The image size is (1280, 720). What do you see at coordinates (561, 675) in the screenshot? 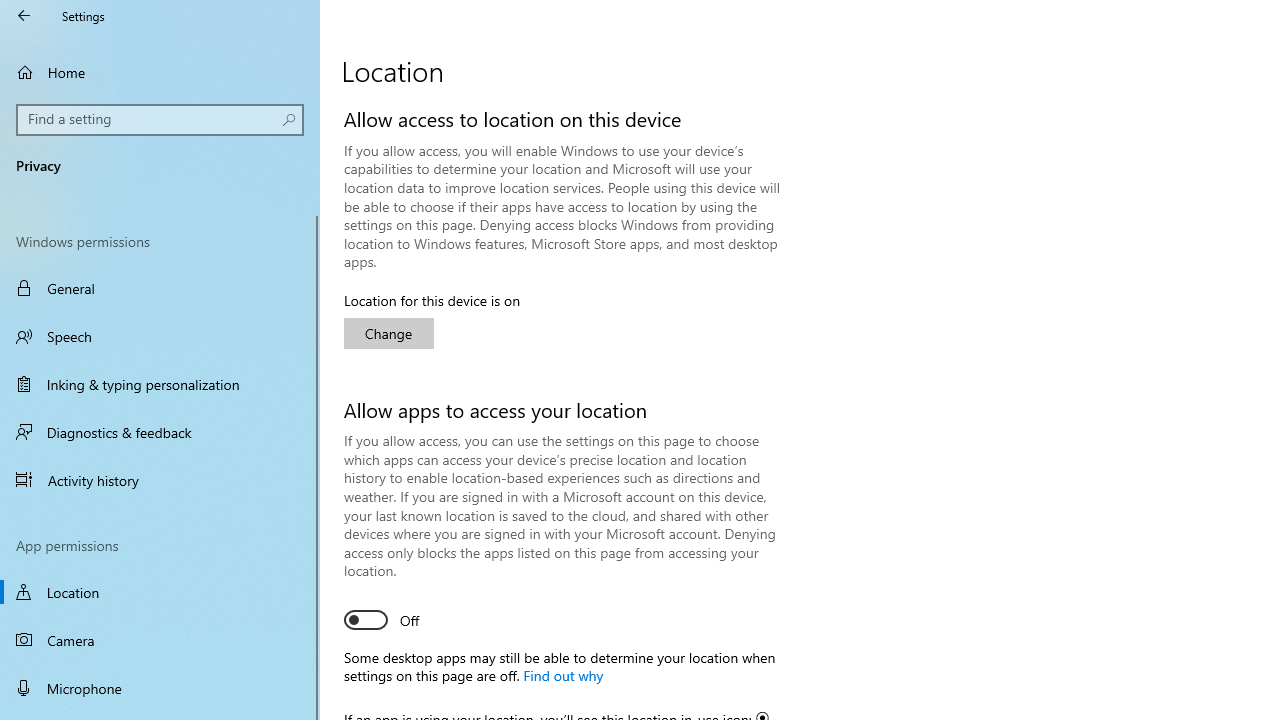
I see `'Find out why'` at bounding box center [561, 675].